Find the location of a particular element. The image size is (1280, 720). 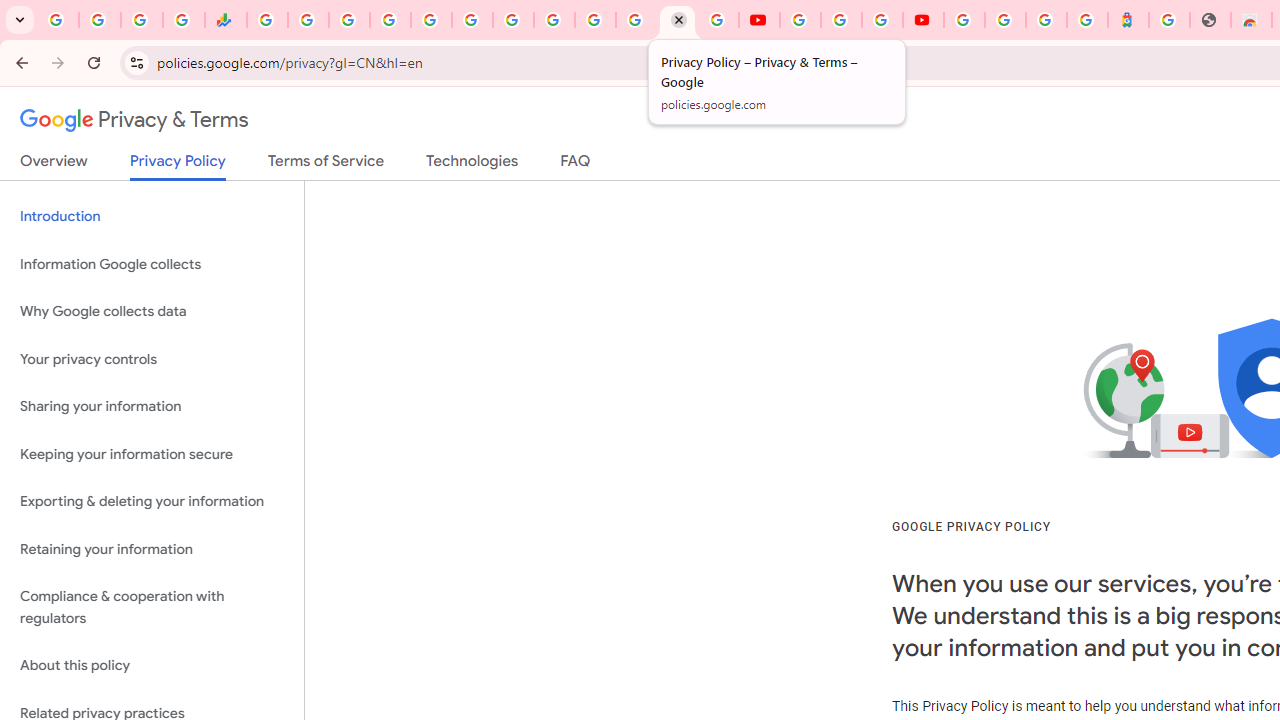

'Introduction' is located at coordinates (151, 217).